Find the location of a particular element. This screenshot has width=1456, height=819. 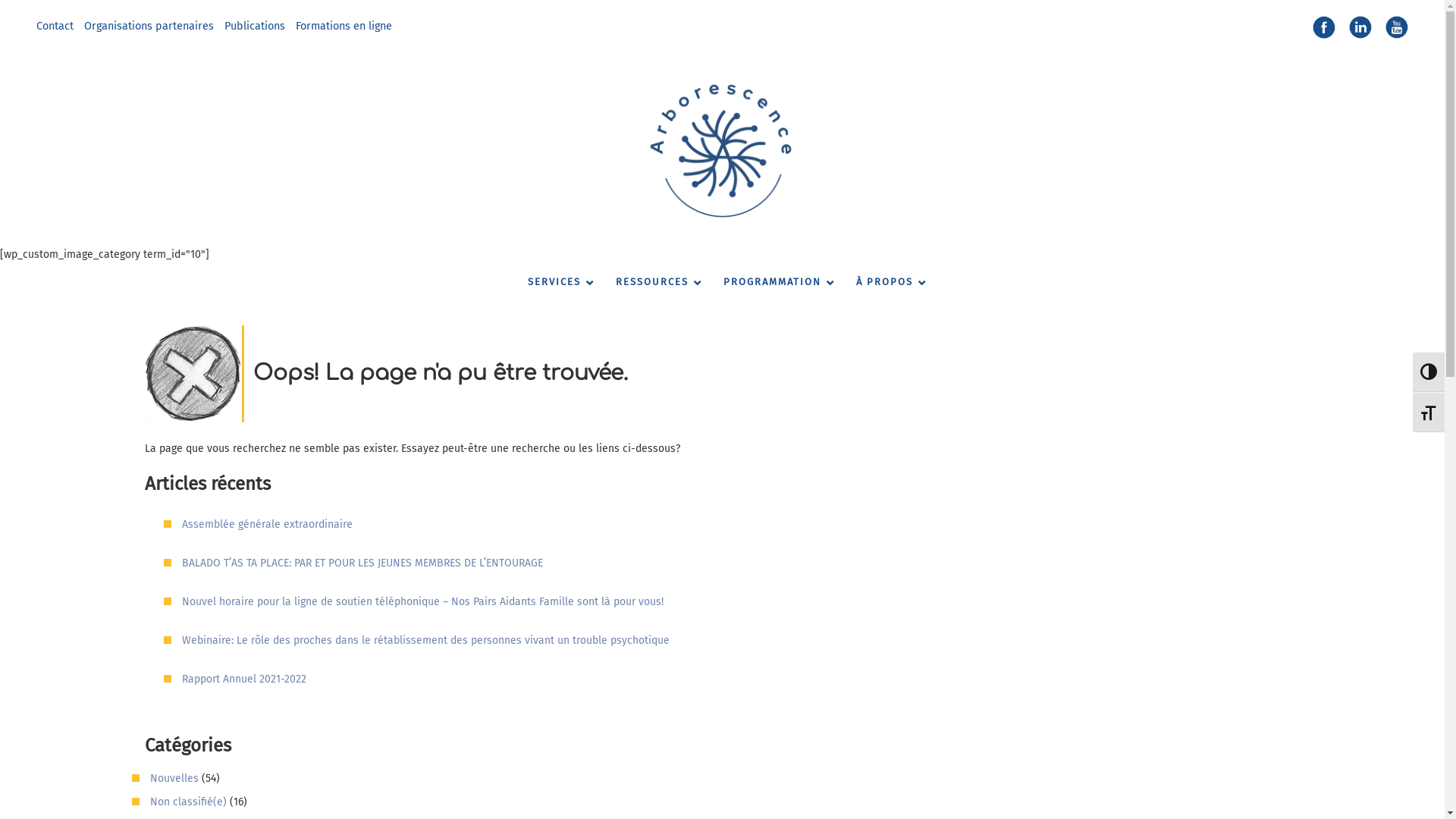

'Publications' is located at coordinates (255, 26).